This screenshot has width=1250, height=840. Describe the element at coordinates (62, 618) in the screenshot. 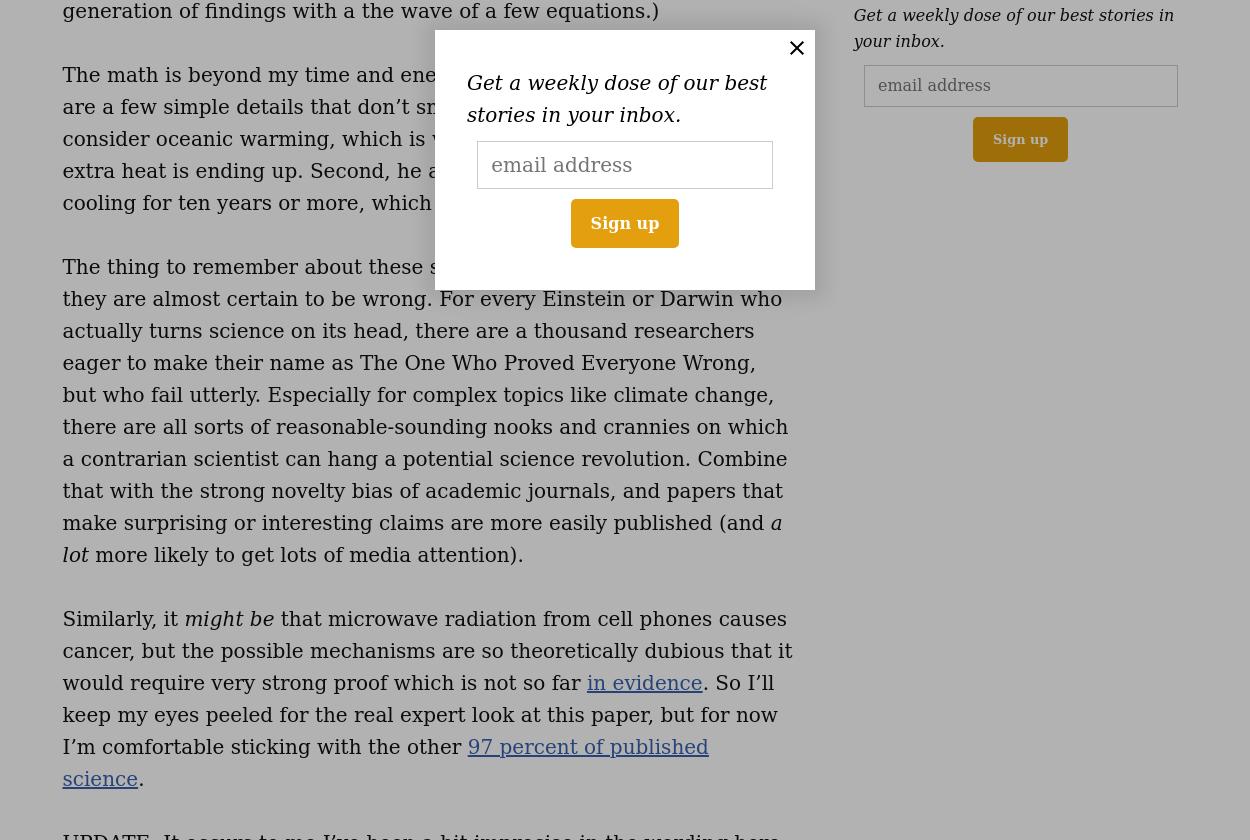

I see `'Similarly, it'` at that location.